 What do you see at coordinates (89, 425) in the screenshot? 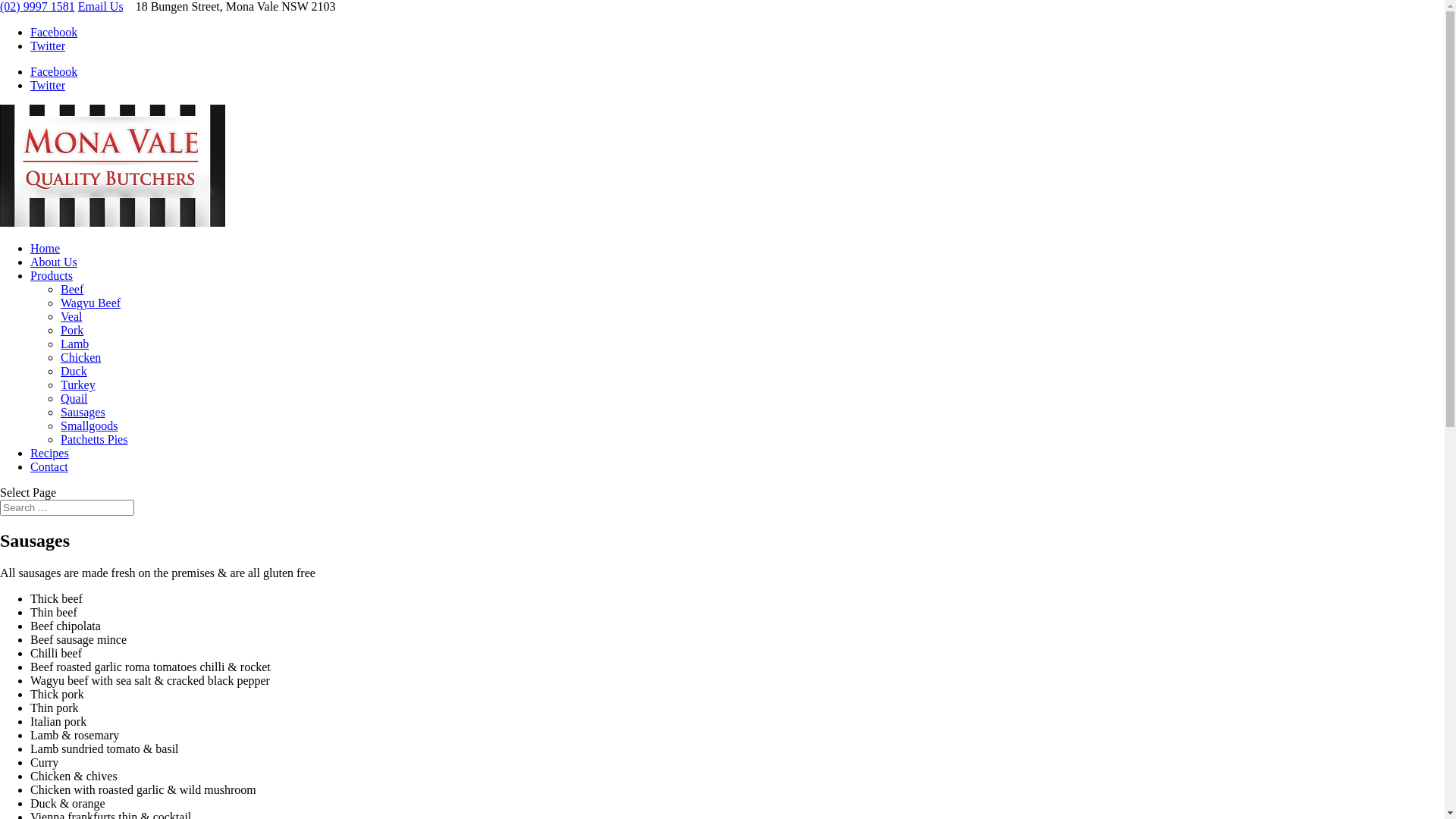
I see `'Smallgoods'` at bounding box center [89, 425].